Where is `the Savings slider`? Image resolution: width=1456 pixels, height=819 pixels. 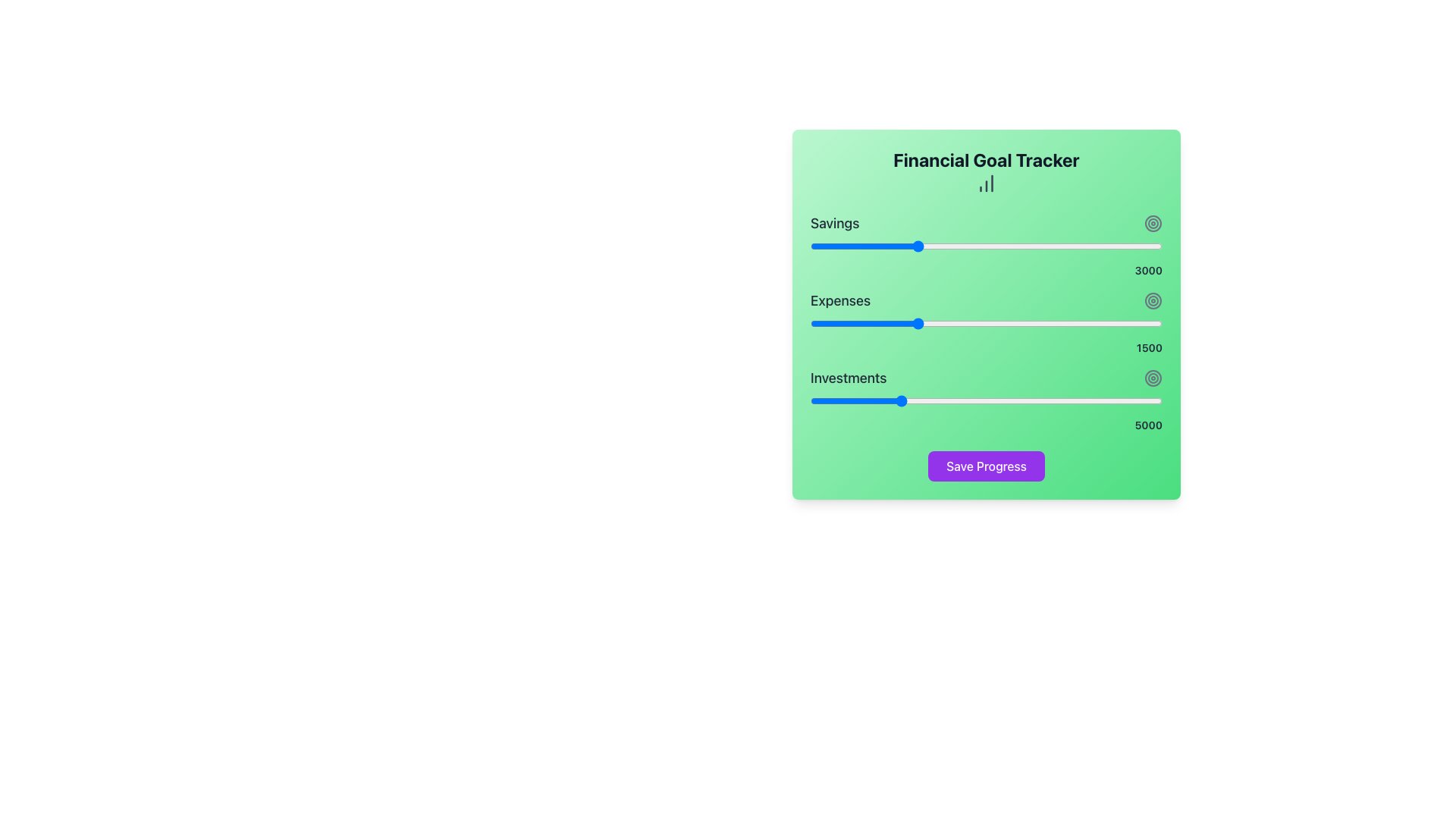 the Savings slider is located at coordinates (988, 245).